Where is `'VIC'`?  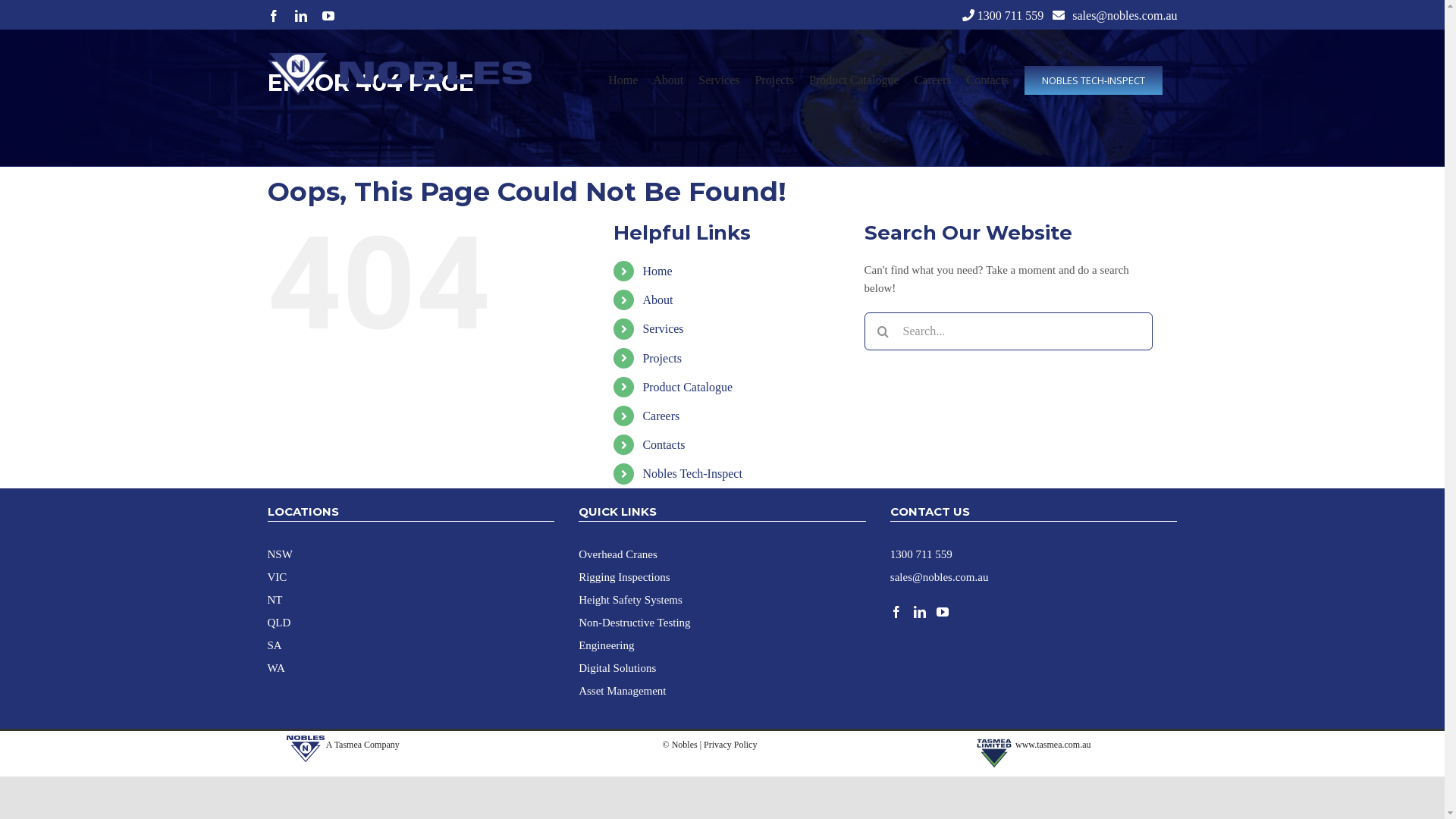 'VIC' is located at coordinates (266, 576).